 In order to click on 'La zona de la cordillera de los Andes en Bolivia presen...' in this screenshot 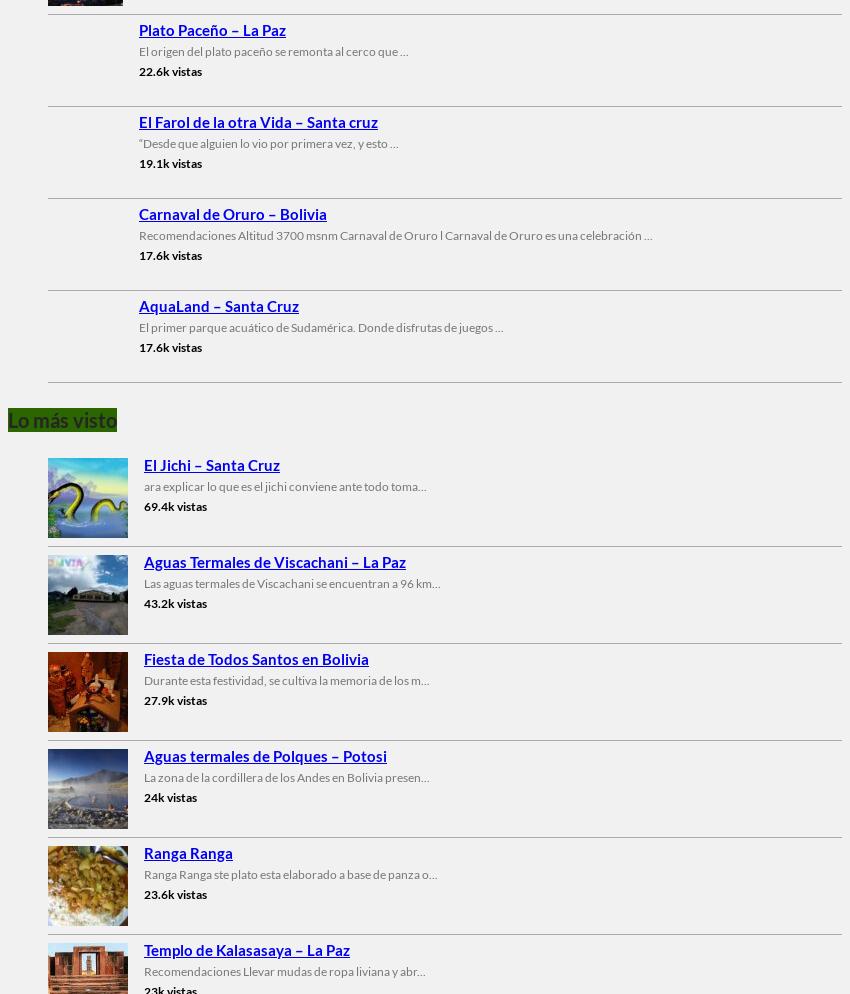, I will do `click(143, 775)`.